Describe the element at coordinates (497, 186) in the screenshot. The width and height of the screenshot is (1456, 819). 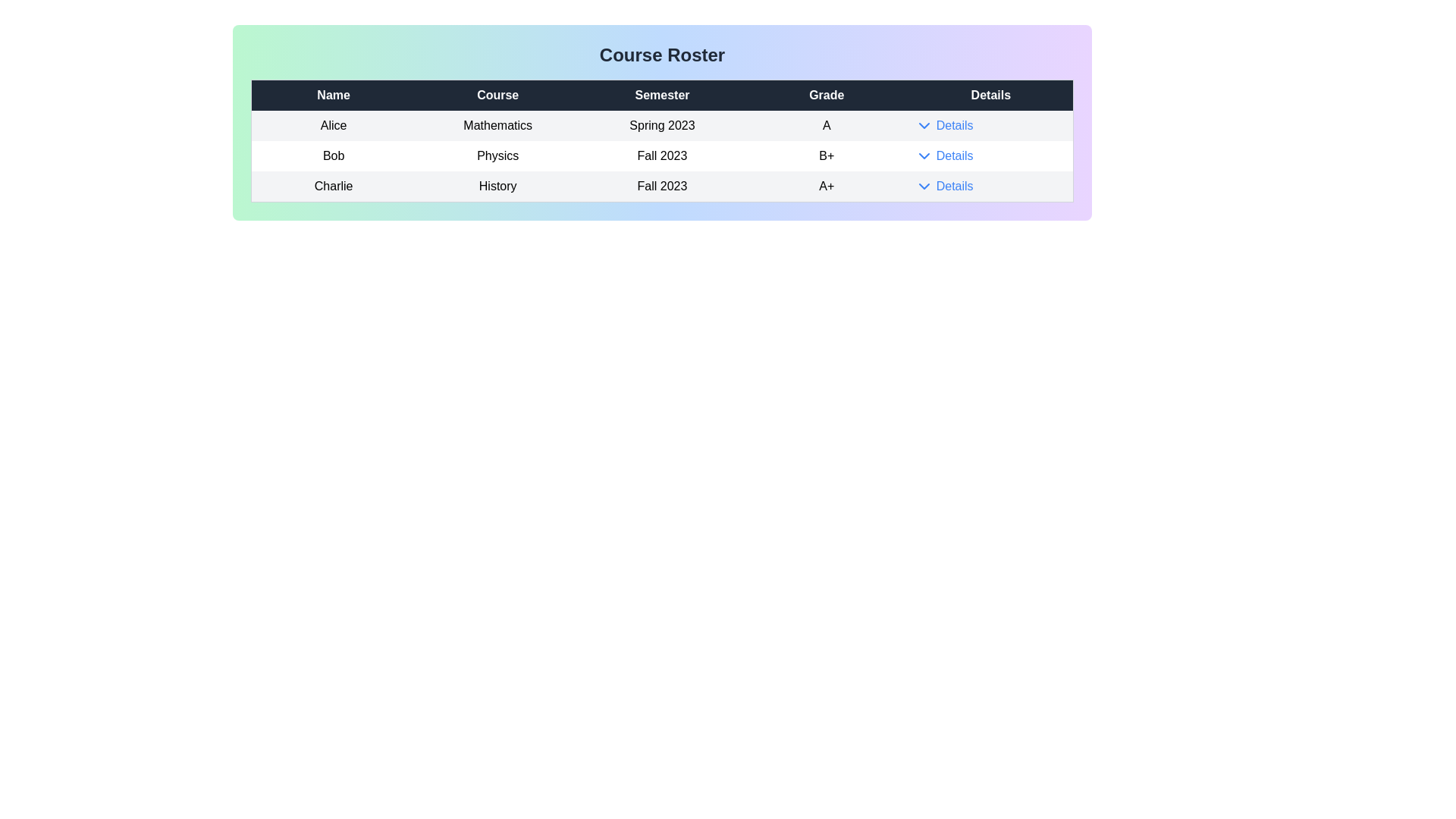
I see `the non-interactive Text Label displaying the course name 'History' in the third row, second column of the table associated with 'Charlie'` at that location.